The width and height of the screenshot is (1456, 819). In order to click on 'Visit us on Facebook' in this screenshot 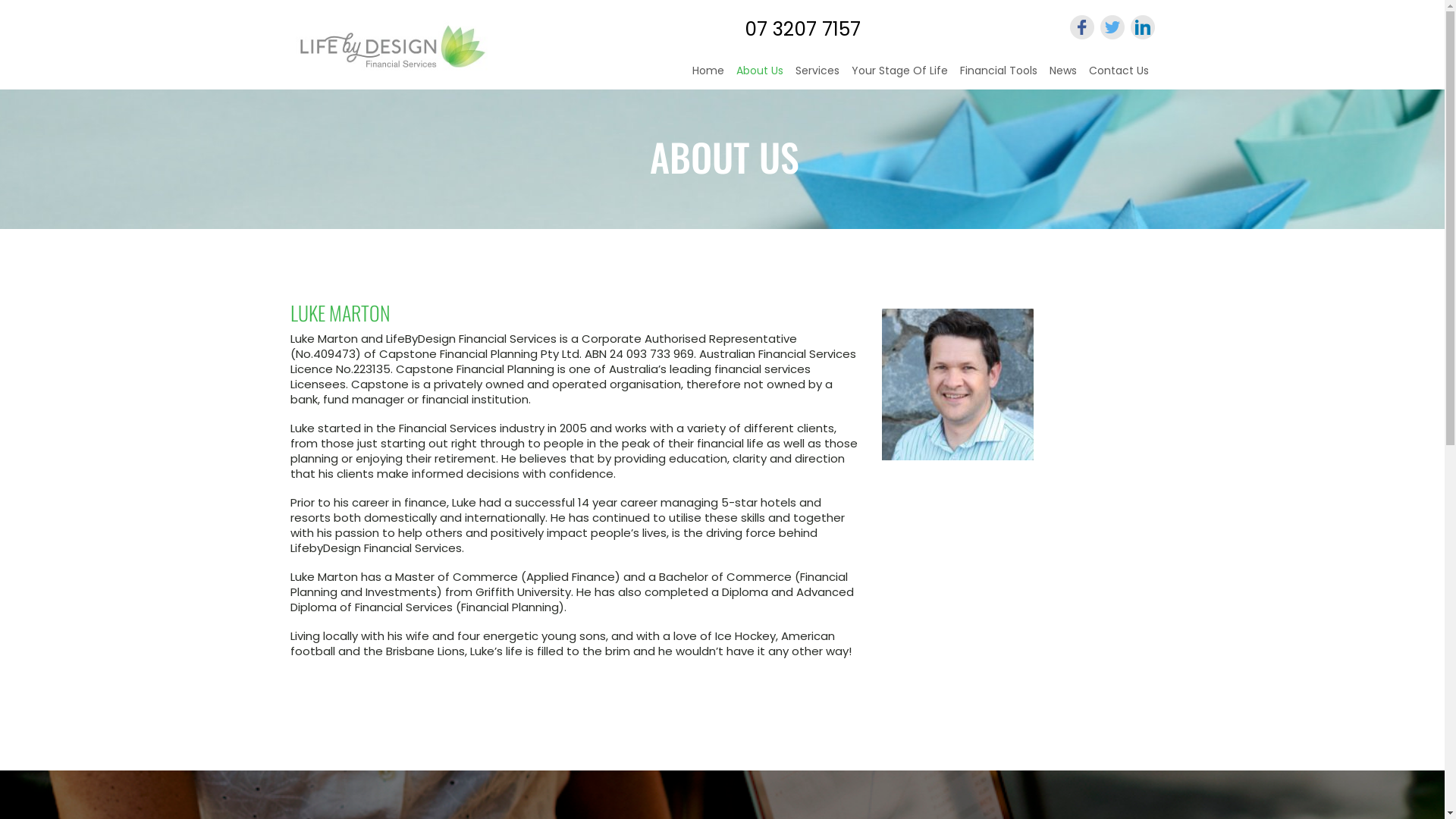, I will do `click(1080, 27)`.